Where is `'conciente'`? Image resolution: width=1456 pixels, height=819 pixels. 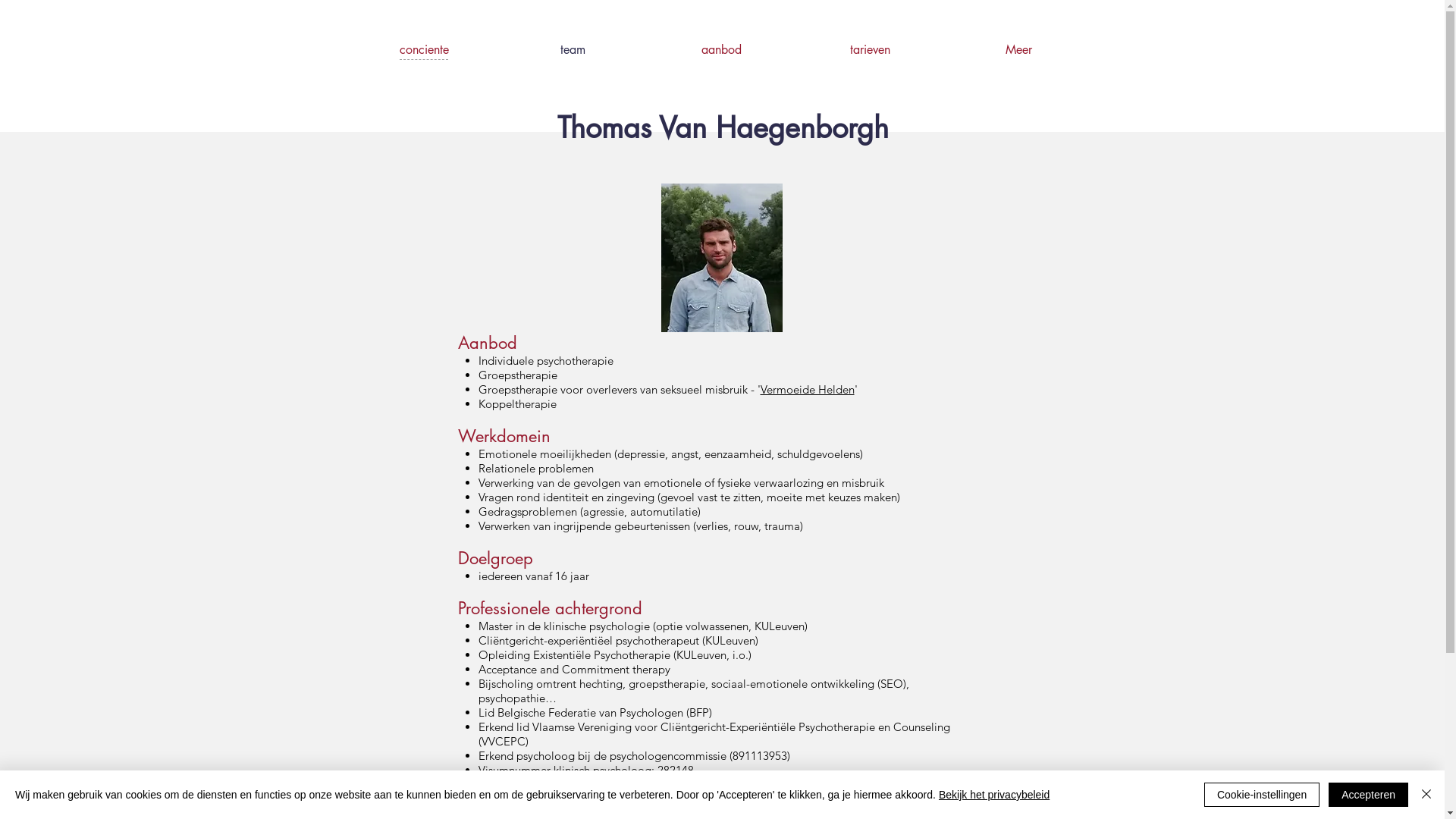
'conciente' is located at coordinates (425, 49).